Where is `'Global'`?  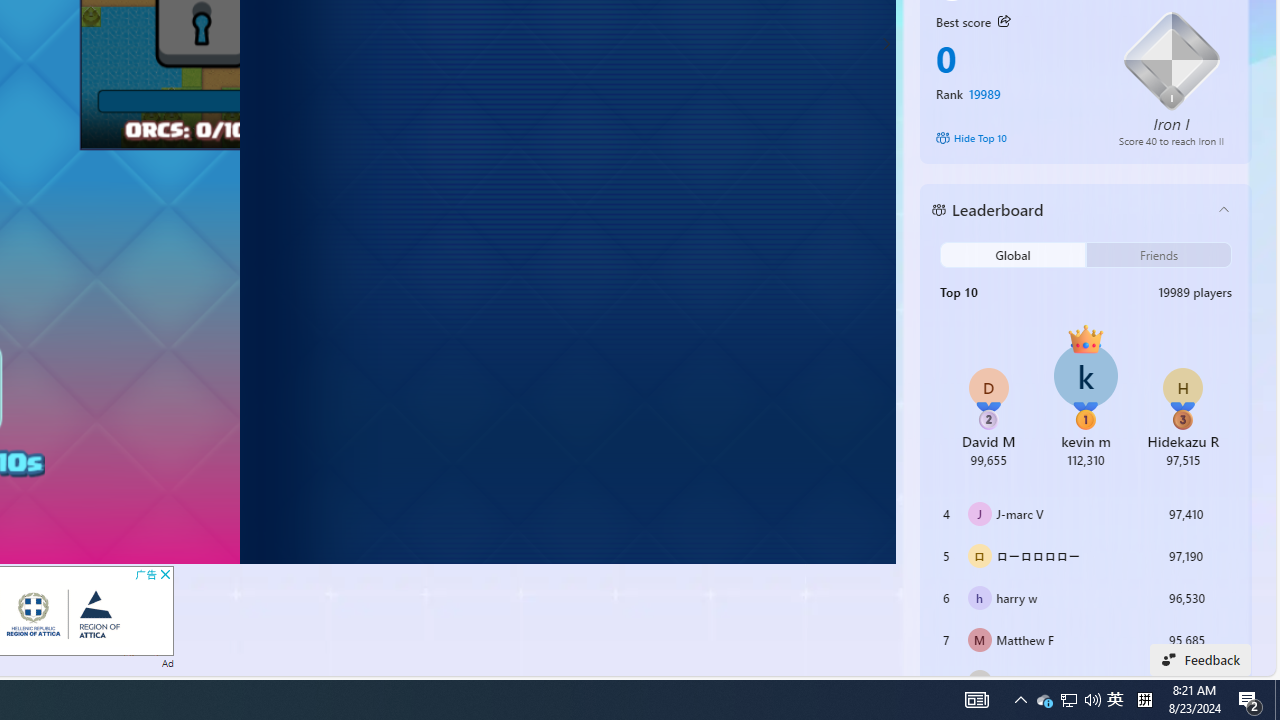
'Global' is located at coordinates (1013, 254).